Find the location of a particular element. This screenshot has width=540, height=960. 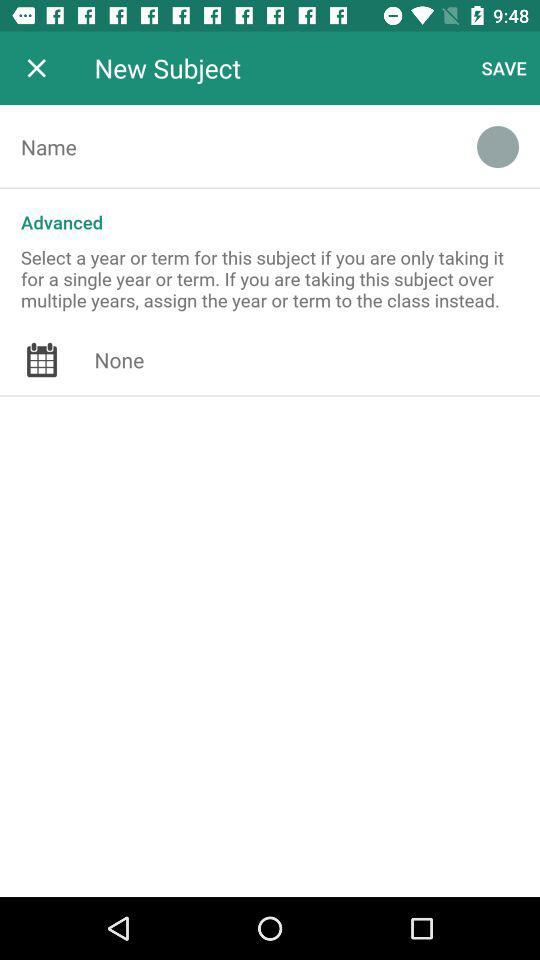

the save item is located at coordinates (503, 68).